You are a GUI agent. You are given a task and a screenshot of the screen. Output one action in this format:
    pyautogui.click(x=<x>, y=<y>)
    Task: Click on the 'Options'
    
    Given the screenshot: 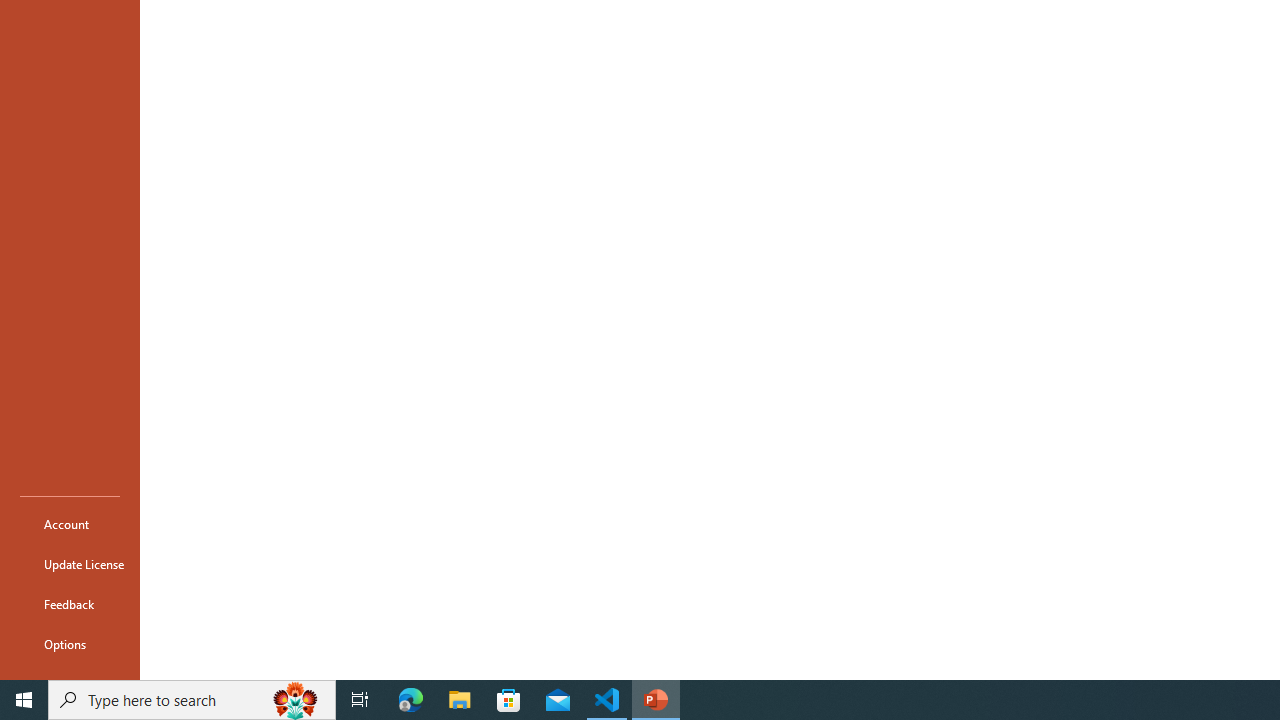 What is the action you would take?
    pyautogui.click(x=69, y=644)
    